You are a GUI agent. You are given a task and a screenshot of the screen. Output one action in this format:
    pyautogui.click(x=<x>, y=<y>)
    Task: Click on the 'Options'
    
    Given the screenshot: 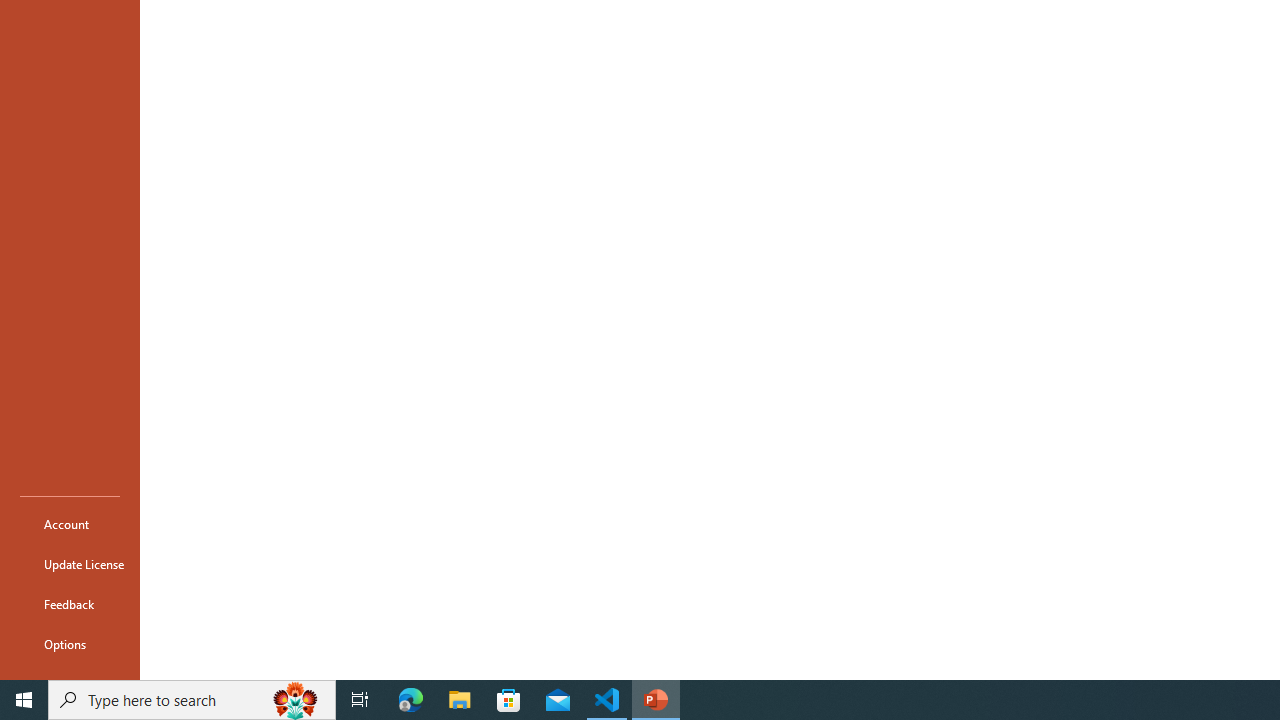 What is the action you would take?
    pyautogui.click(x=69, y=644)
    